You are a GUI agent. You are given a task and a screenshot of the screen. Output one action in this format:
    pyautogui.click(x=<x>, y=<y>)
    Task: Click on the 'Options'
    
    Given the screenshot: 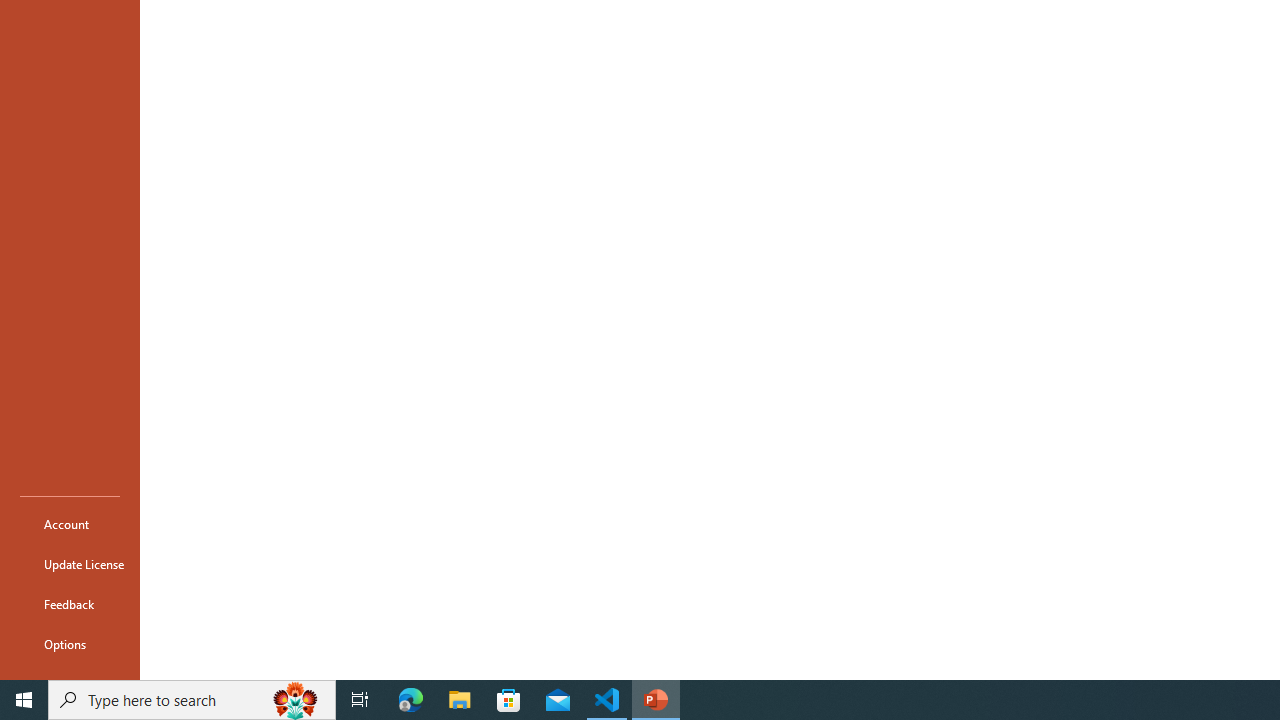 What is the action you would take?
    pyautogui.click(x=69, y=644)
    